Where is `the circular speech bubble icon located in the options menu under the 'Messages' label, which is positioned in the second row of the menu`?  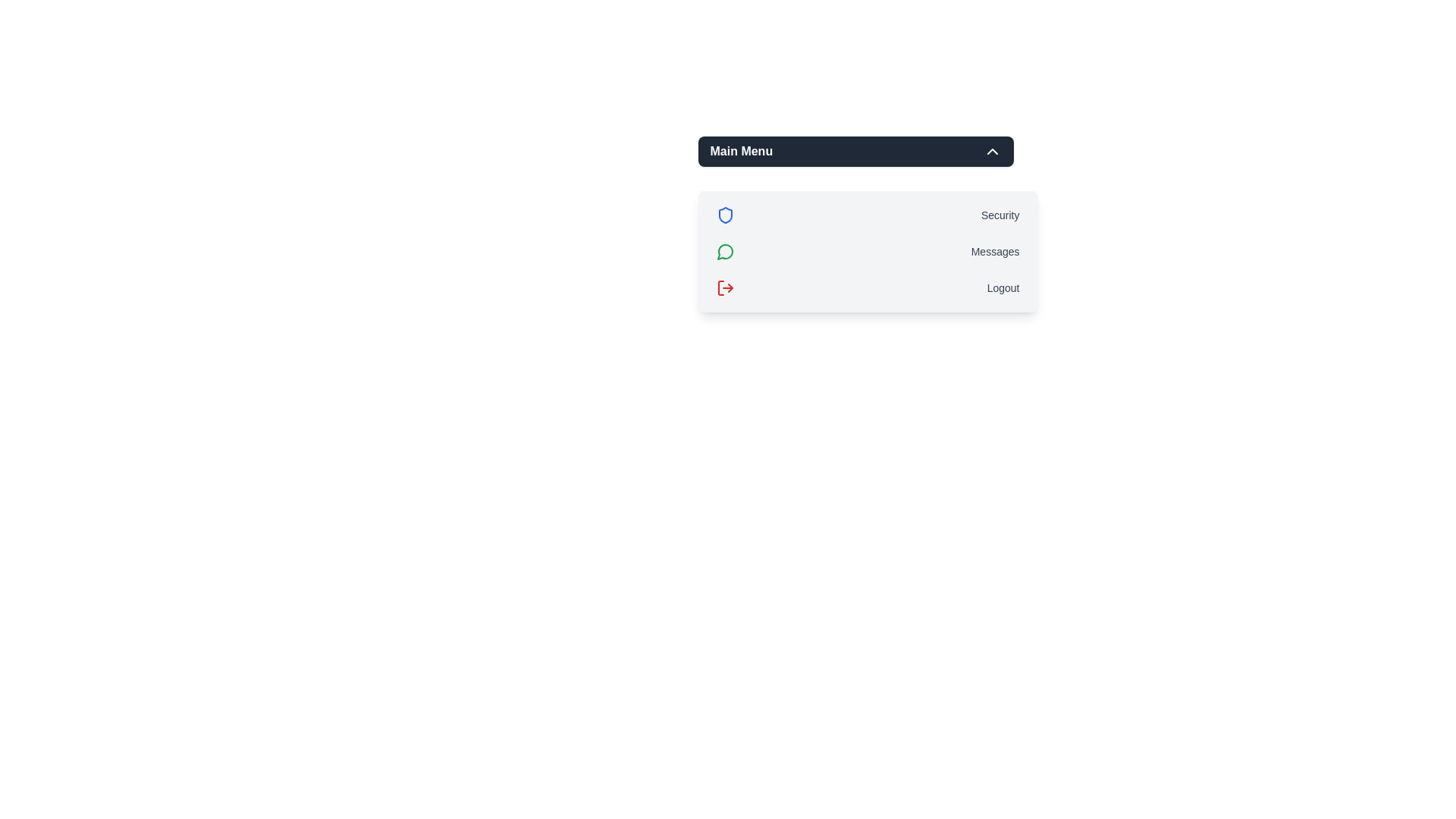 the circular speech bubble icon located in the options menu under the 'Messages' label, which is positioned in the second row of the menu is located at coordinates (723, 251).